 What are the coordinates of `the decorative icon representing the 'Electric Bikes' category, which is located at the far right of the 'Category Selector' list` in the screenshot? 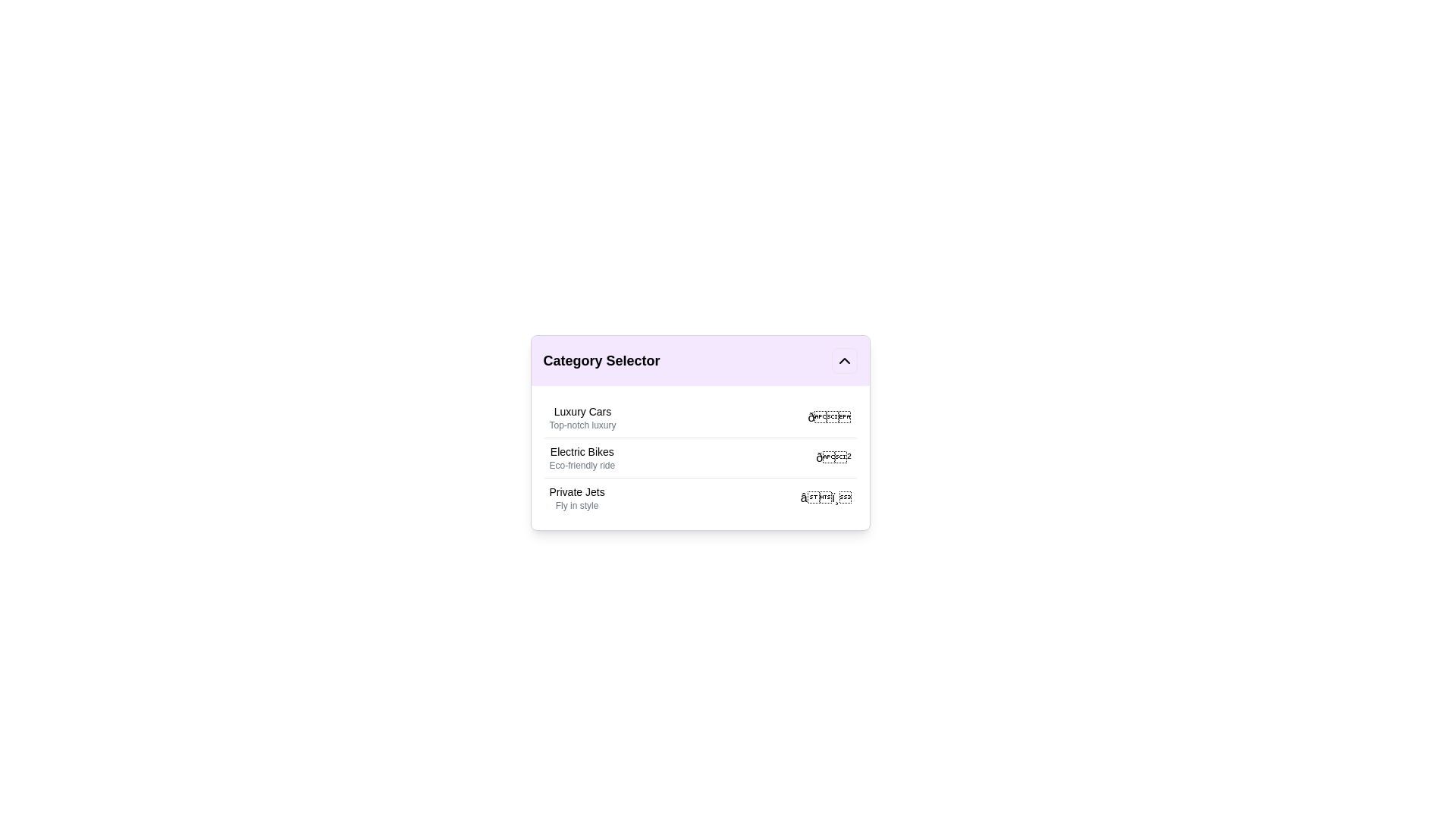 It's located at (833, 457).